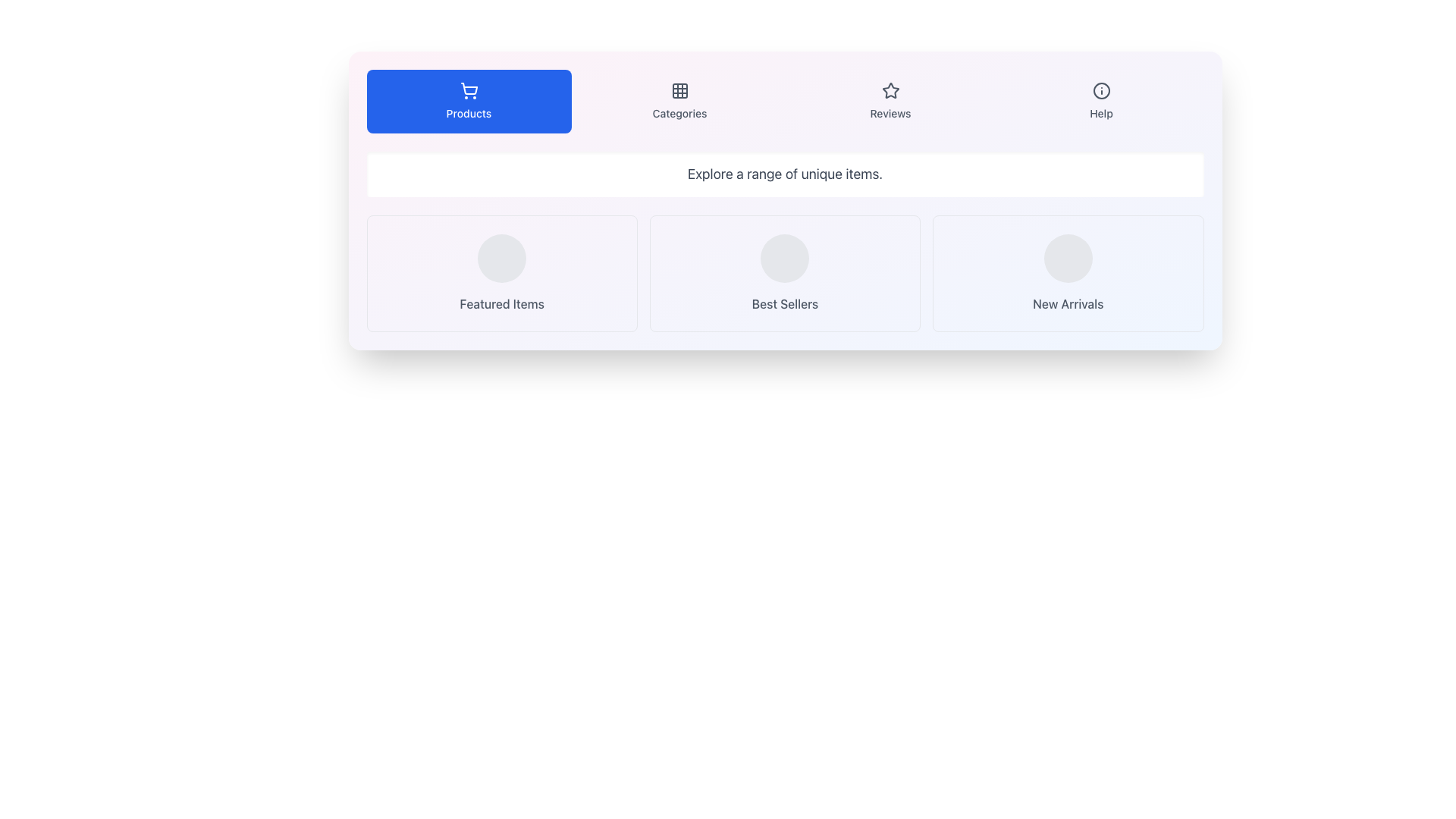 This screenshot has height=819, width=1456. What do you see at coordinates (679, 90) in the screenshot?
I see `the top-left square of the 3x3 grid icon, which is positioned to the right of the 'Products' section and above the textual content in the title bar` at bounding box center [679, 90].